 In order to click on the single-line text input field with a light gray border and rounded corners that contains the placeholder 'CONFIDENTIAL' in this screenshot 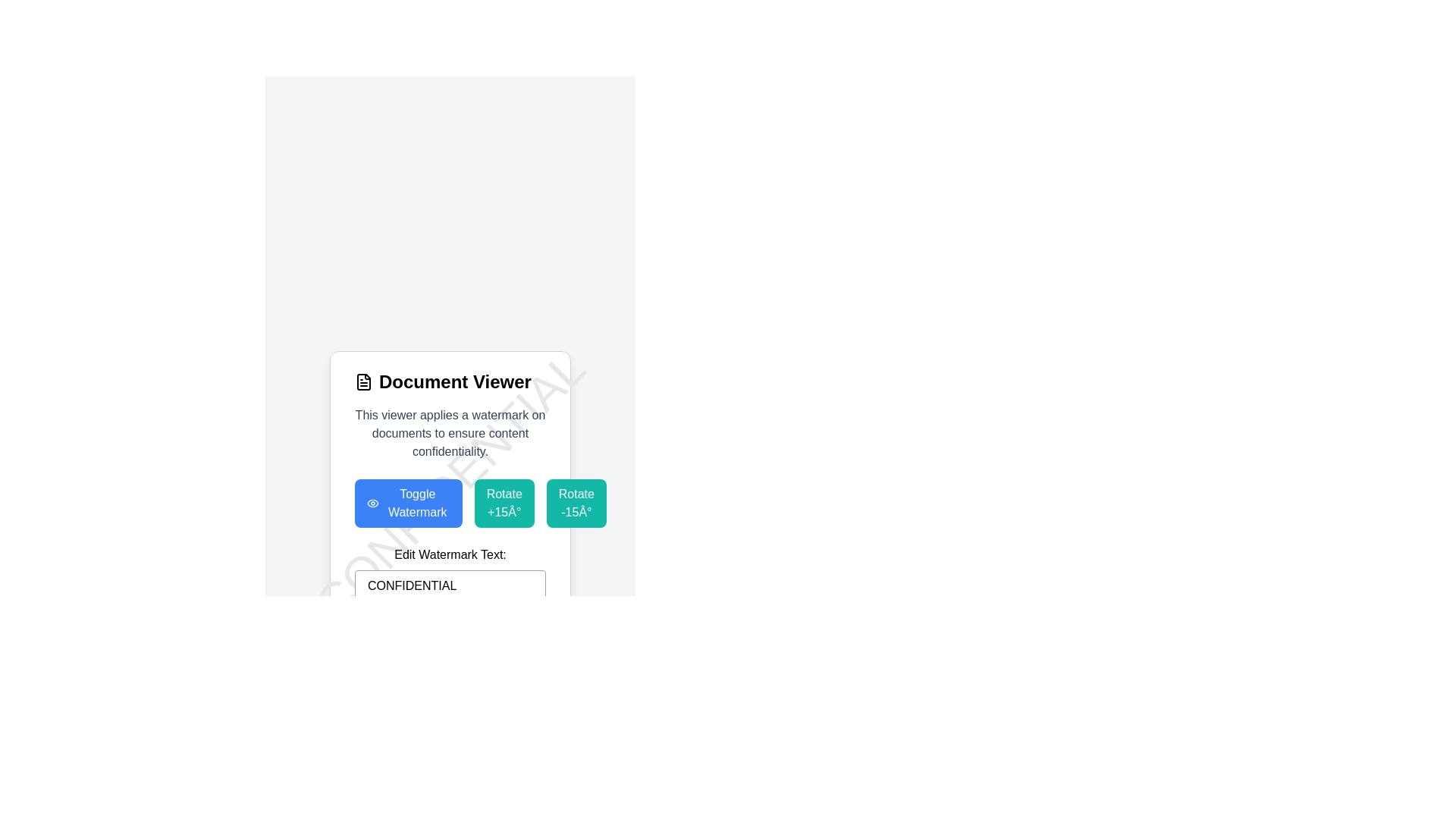, I will do `click(450, 585)`.